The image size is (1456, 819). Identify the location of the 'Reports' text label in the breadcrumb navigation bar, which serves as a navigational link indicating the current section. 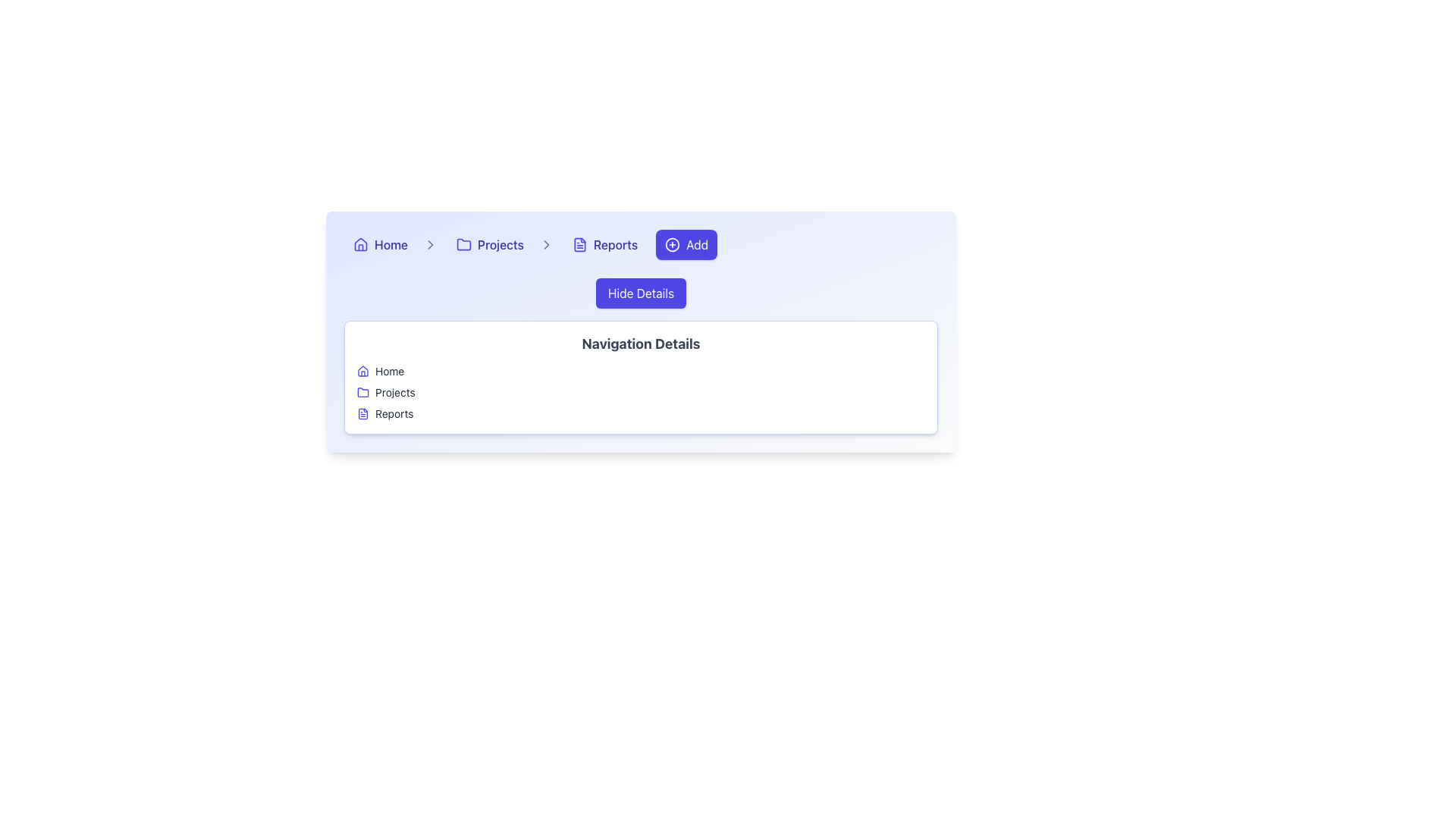
(615, 244).